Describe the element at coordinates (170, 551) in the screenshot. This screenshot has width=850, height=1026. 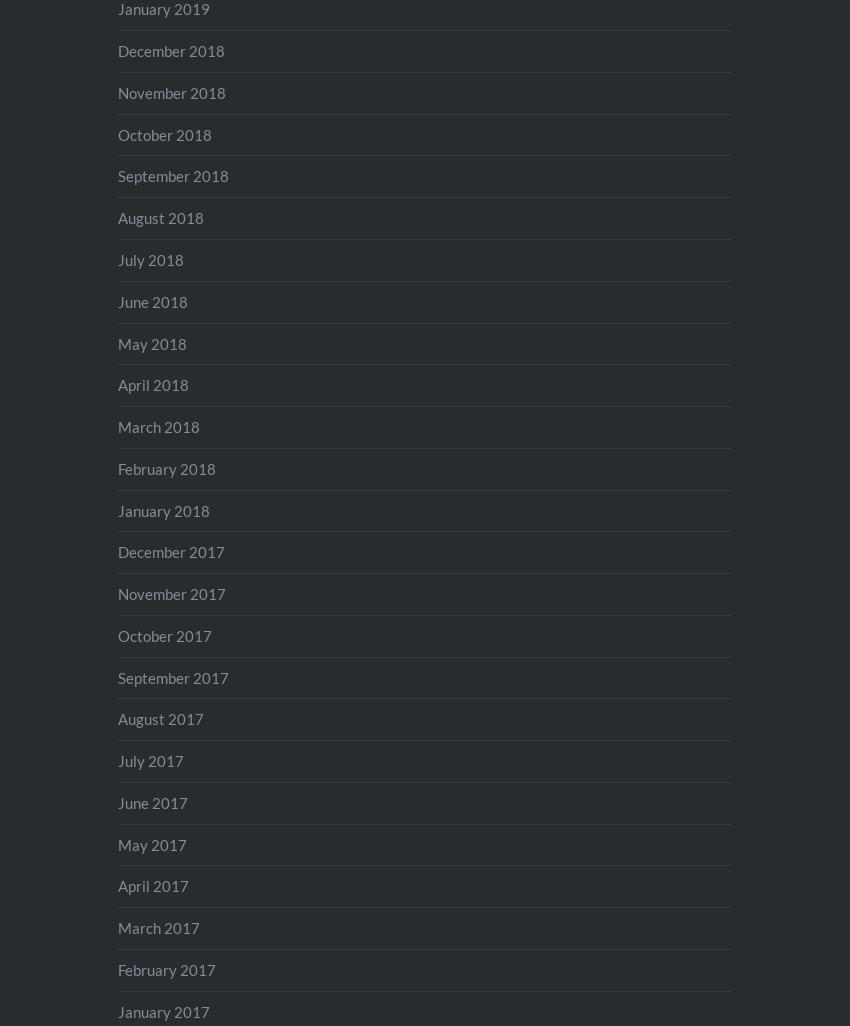
I see `'December 2017'` at that location.